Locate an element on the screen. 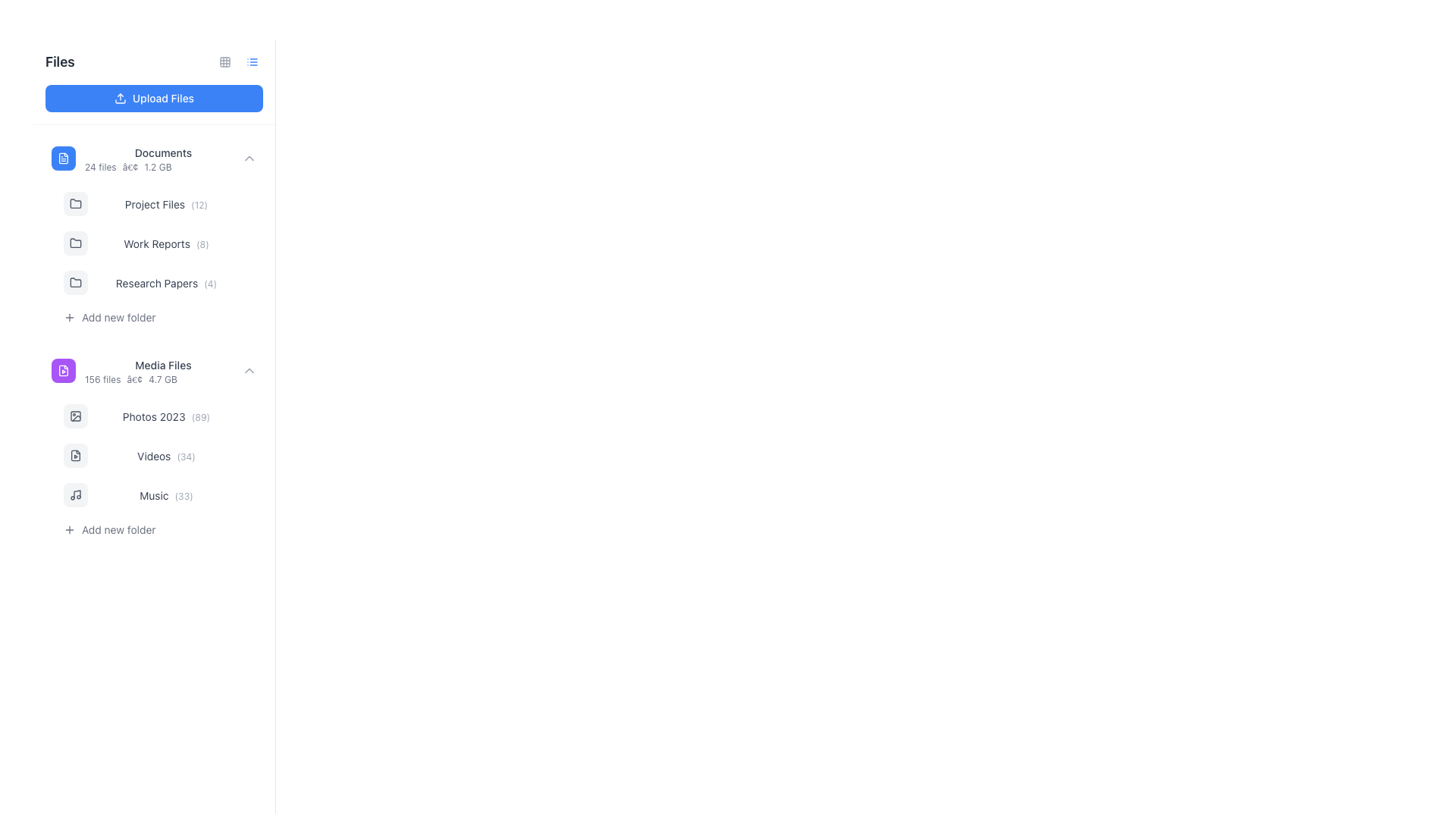 The height and width of the screenshot is (819, 1456). the prominent text label displaying the word 'Files', which is styled in a bold, large font and located in the top-left corner of the interface is located at coordinates (60, 61).